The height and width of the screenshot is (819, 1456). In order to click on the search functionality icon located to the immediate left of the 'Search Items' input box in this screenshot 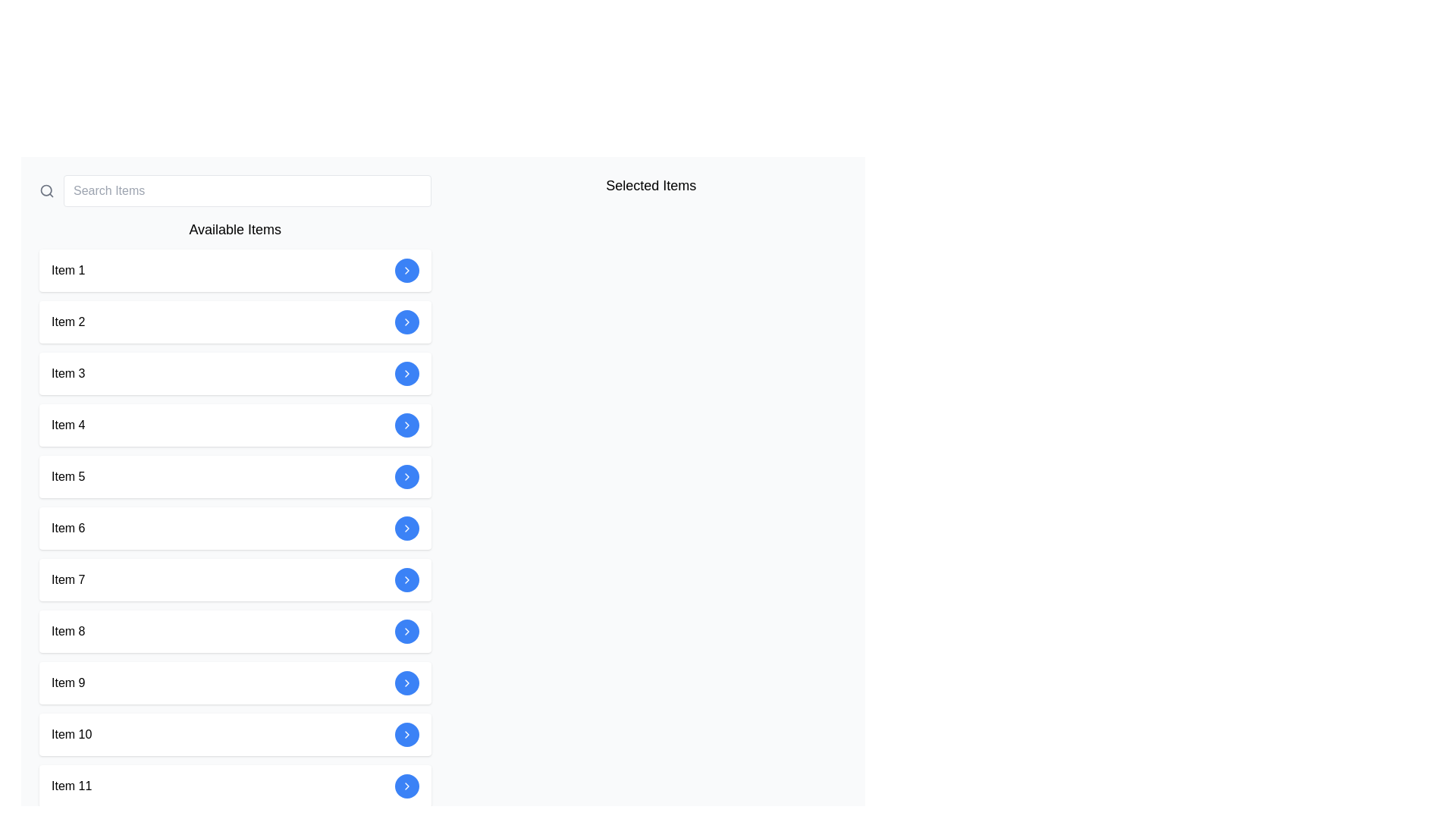, I will do `click(47, 190)`.